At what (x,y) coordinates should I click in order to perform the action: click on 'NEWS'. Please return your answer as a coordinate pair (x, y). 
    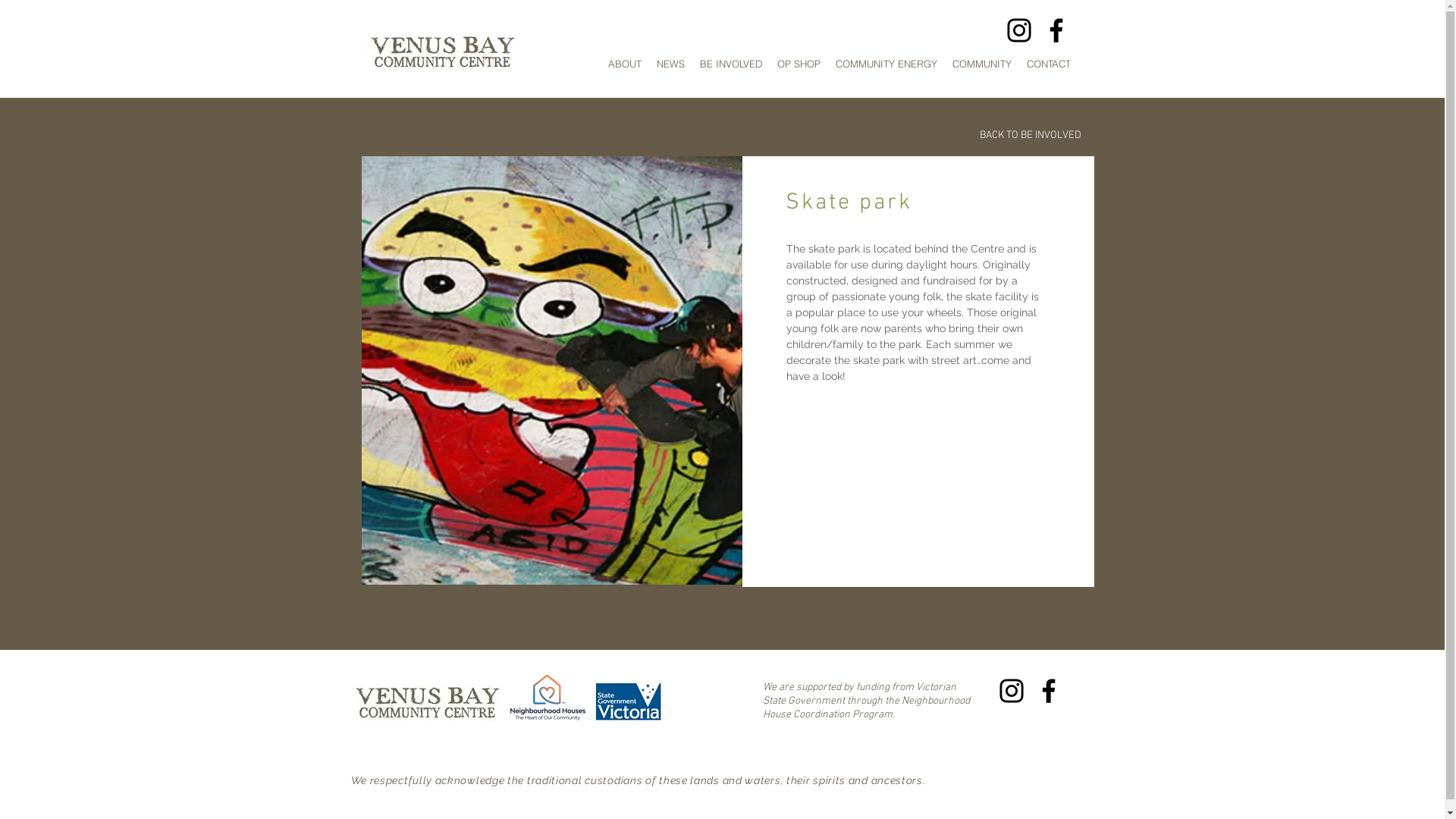
    Looking at the image, I should click on (670, 63).